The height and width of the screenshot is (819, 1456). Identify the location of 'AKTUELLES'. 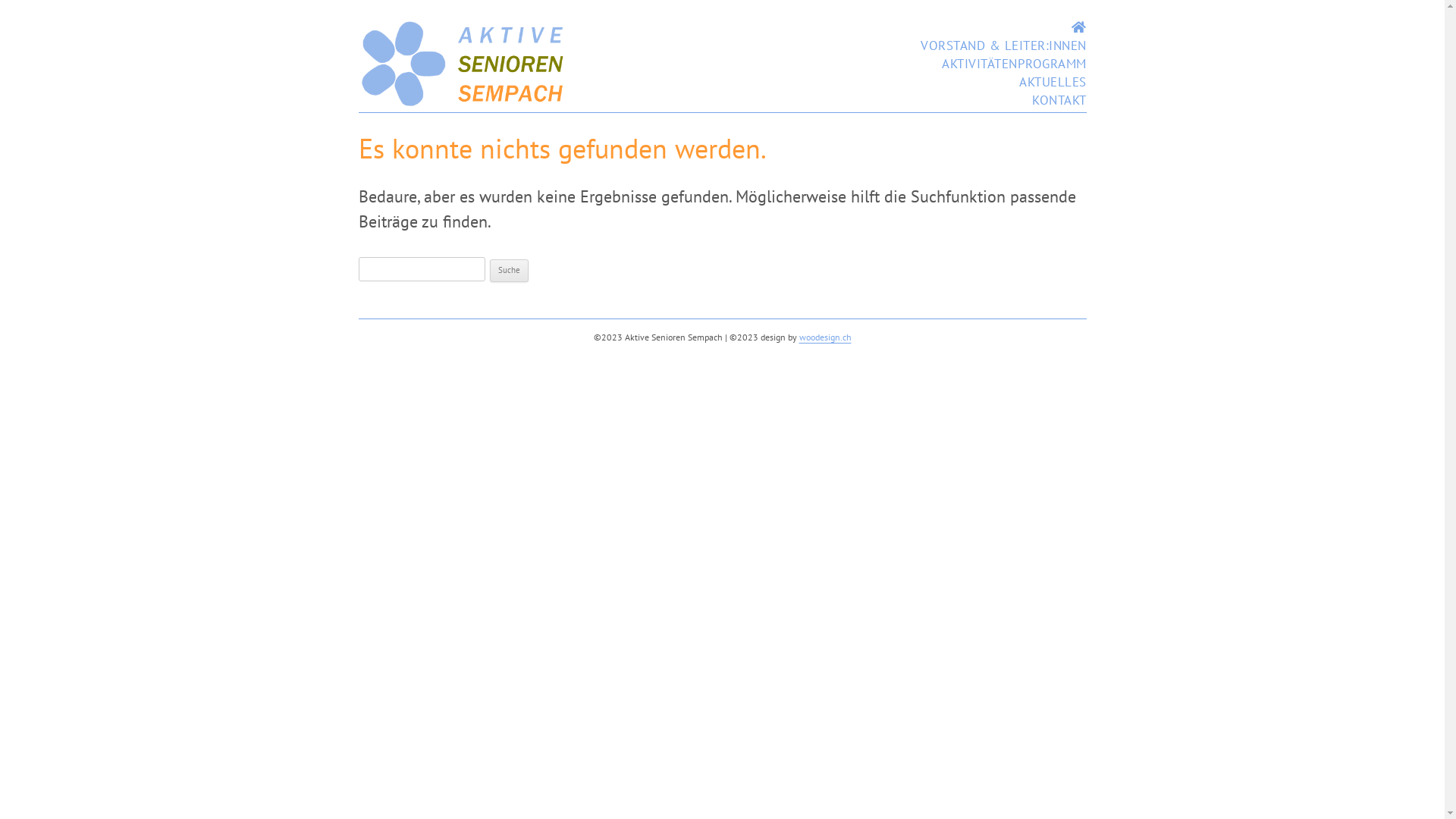
(1052, 82).